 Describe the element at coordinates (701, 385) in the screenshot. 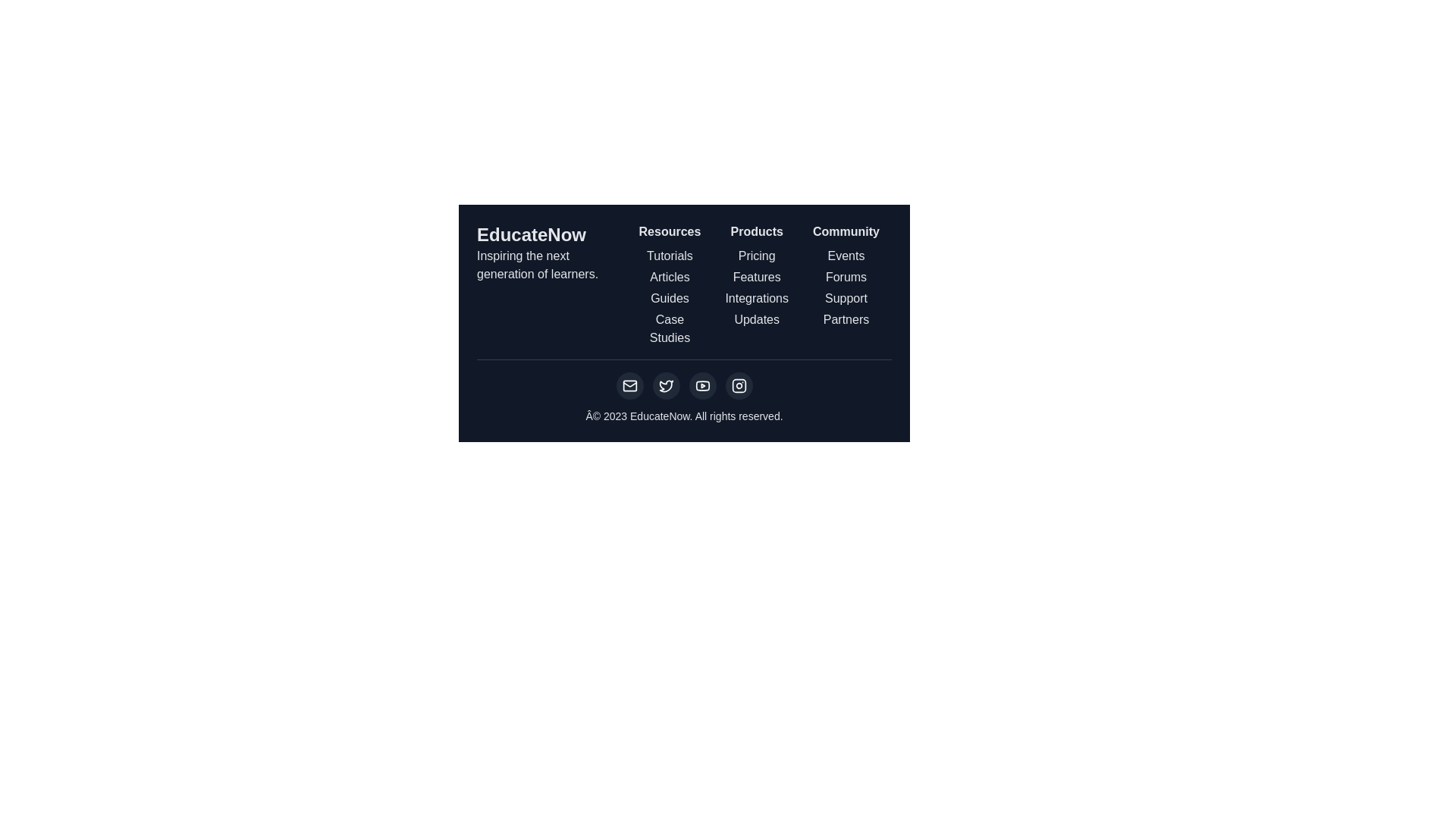

I see `the YouTube icon button, which is a rounded rectangular shape containing a play symbol` at that location.